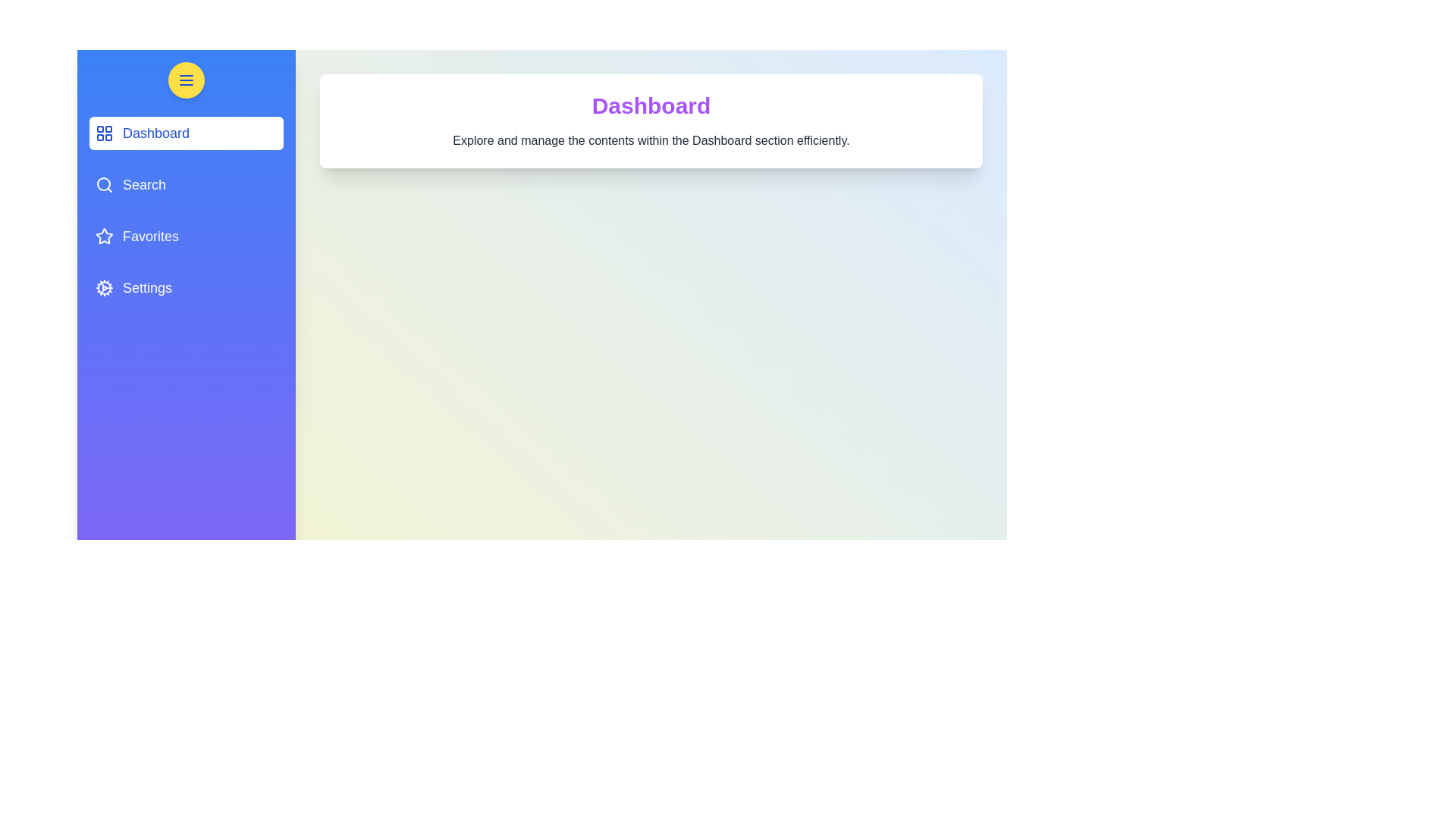  Describe the element at coordinates (185, 133) in the screenshot. I see `the navigation menu item corresponding to Dashboard` at that location.